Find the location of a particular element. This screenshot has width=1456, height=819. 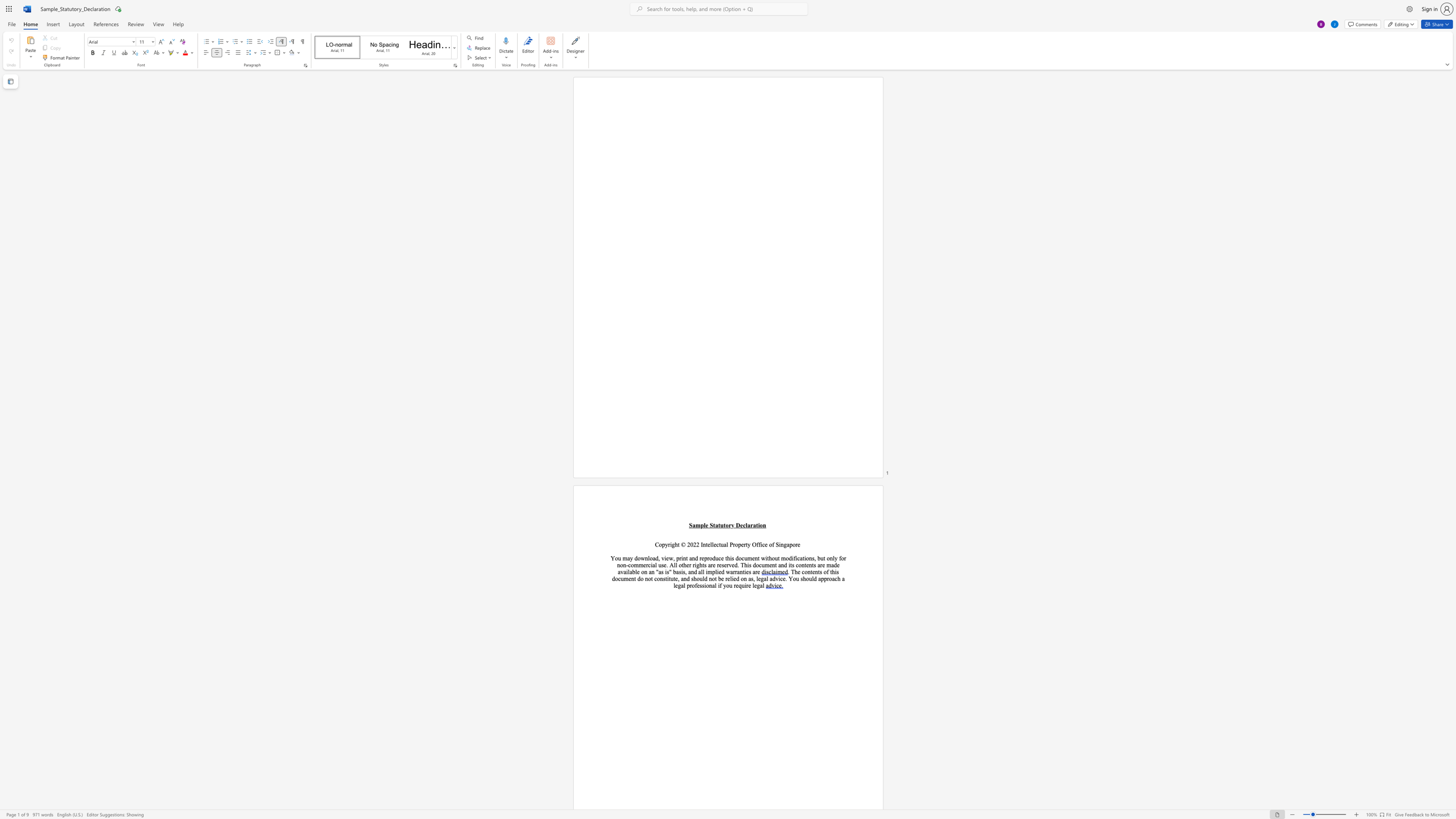

the subset text ". The contents o" within the text ". The contents of this document" is located at coordinates (787, 571).